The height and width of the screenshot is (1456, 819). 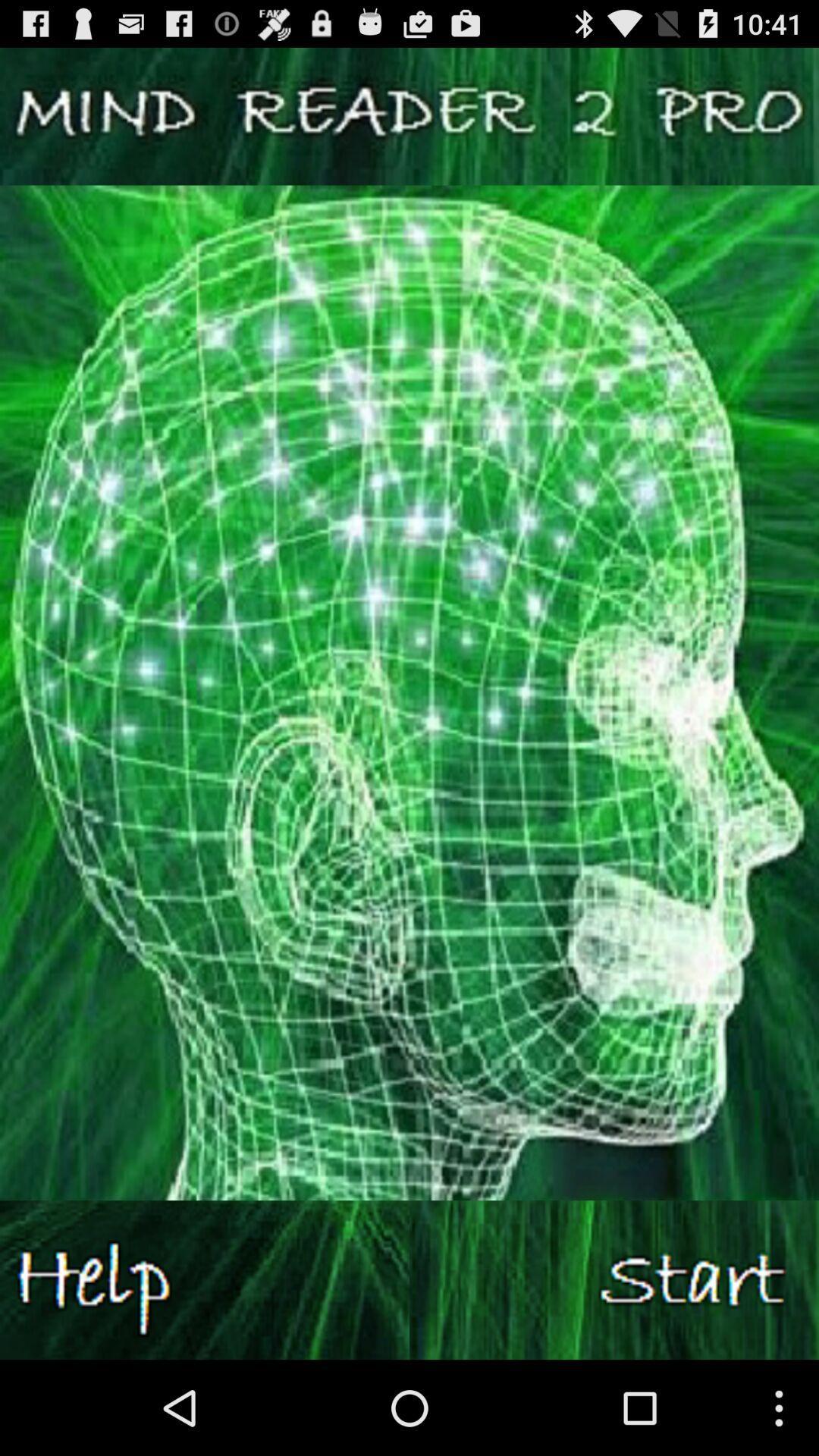 What do you see at coordinates (205, 1279) in the screenshot?
I see `help button` at bounding box center [205, 1279].